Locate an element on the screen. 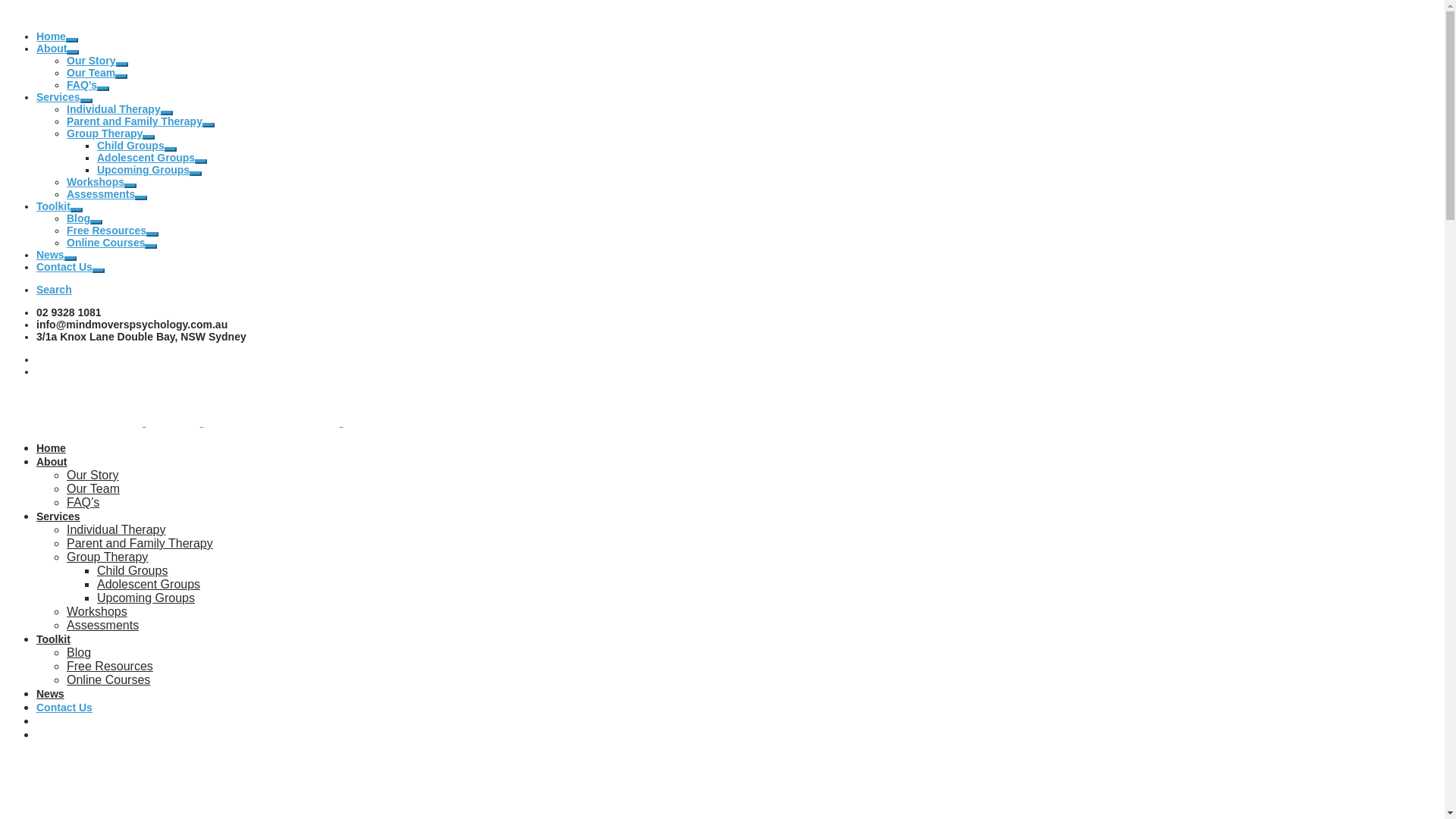 The image size is (1456, 819). 'Adolescent Groups' is located at coordinates (146, 158).